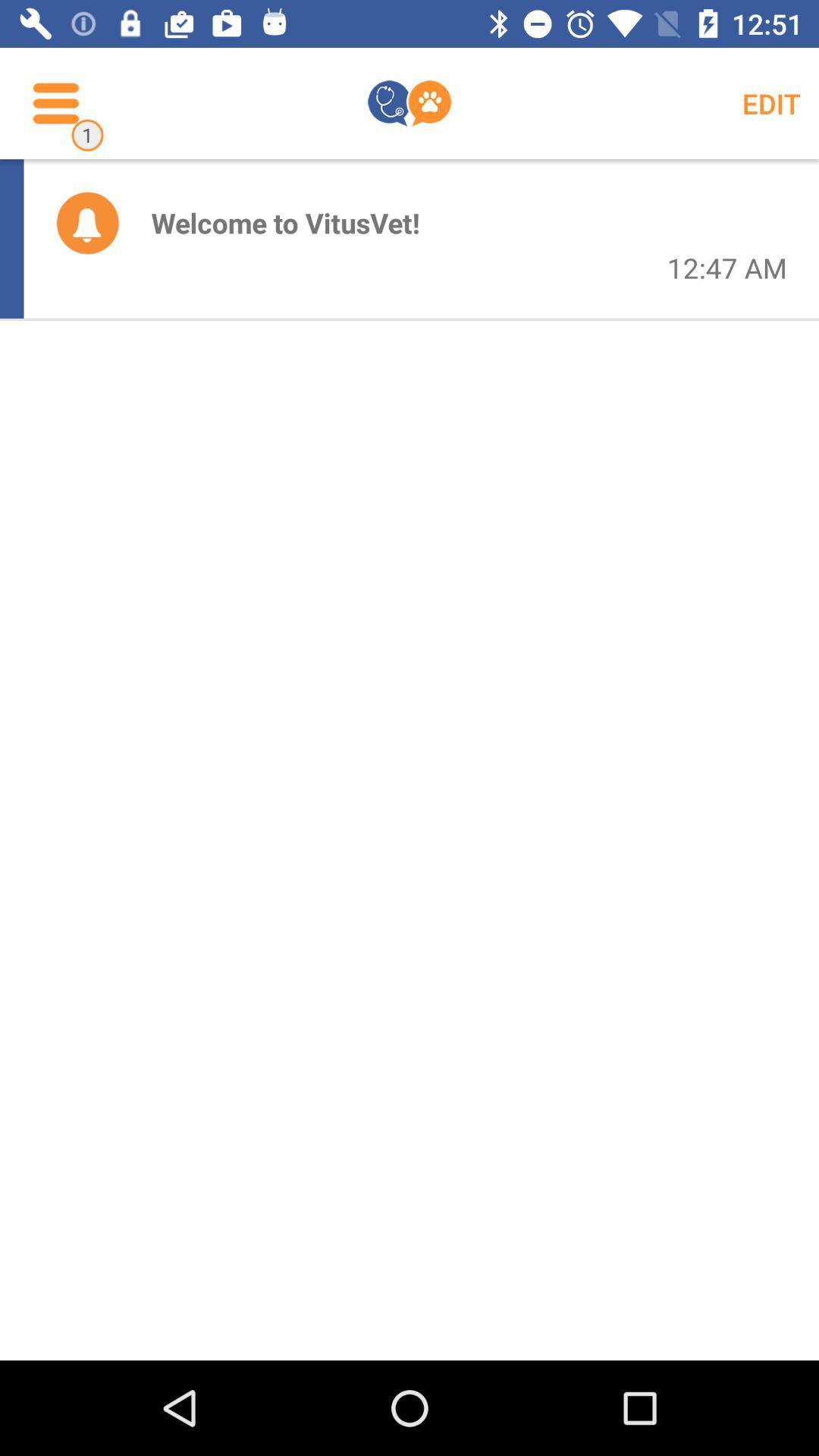 The width and height of the screenshot is (819, 1456). I want to click on edit icon, so click(771, 102).